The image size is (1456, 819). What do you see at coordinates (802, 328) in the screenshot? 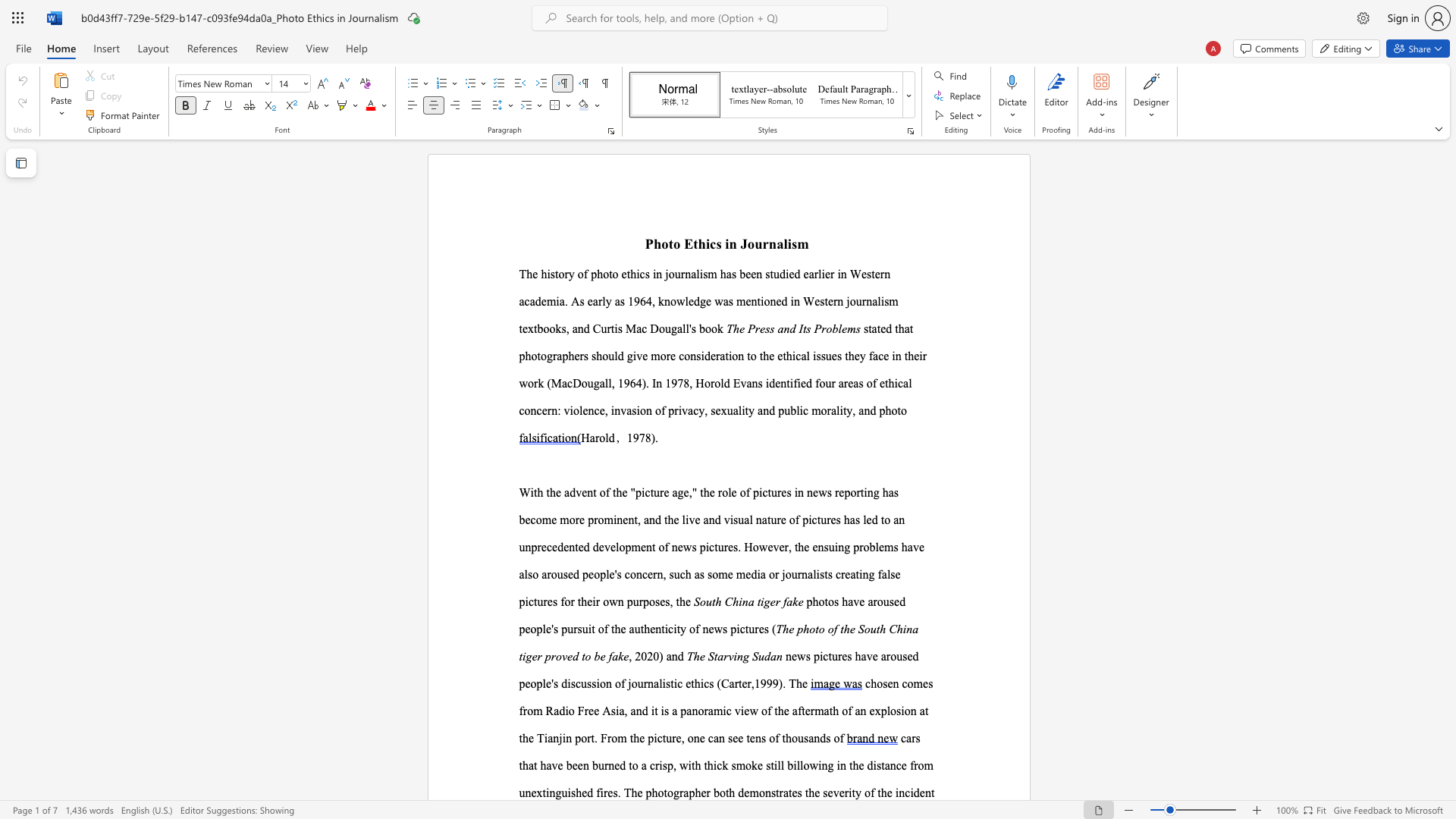
I see `the subset text "ts" within the text "The Press and Its Problems"` at bounding box center [802, 328].